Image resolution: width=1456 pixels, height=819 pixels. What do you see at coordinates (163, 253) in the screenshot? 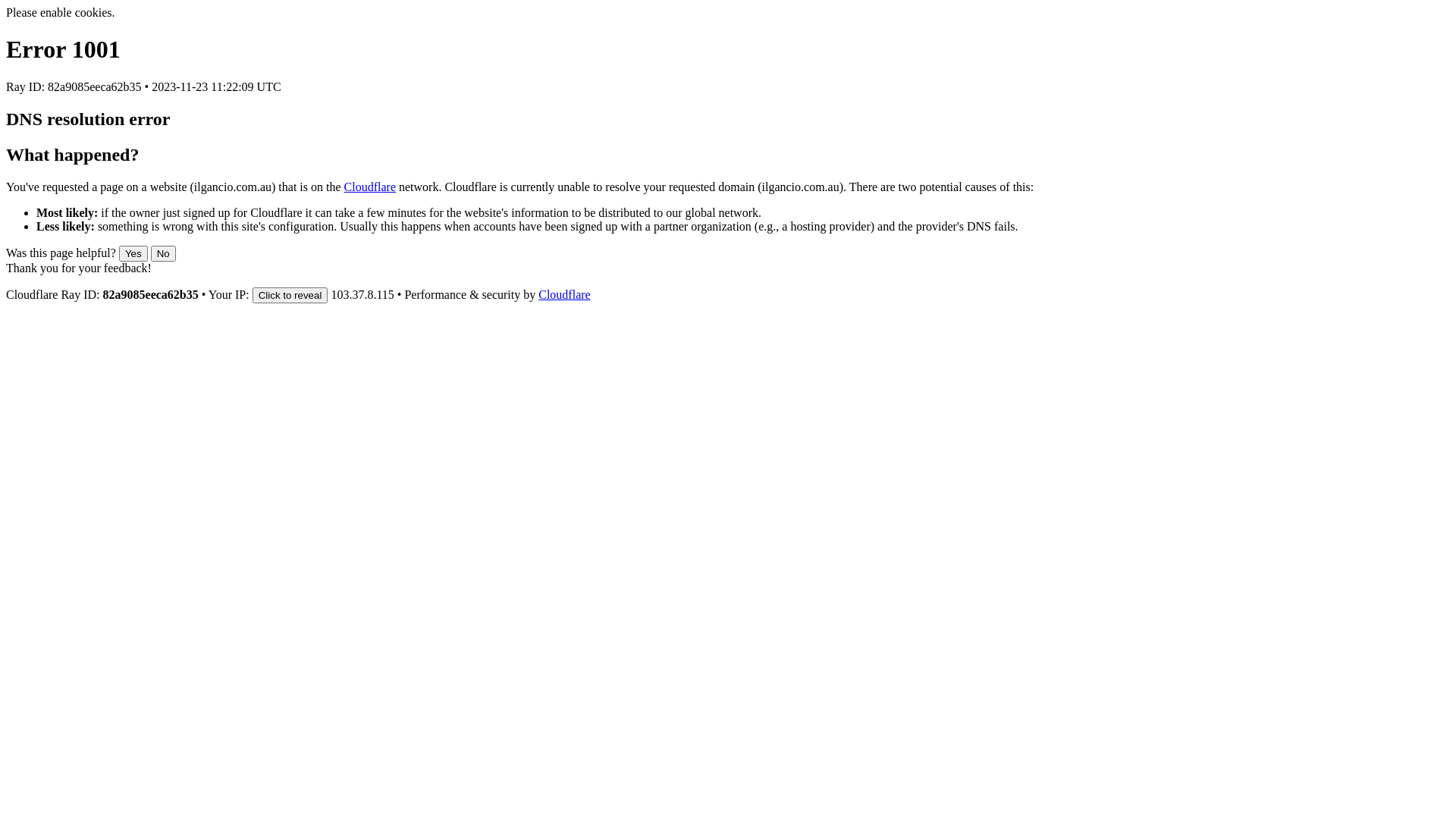
I see `'No'` at bounding box center [163, 253].